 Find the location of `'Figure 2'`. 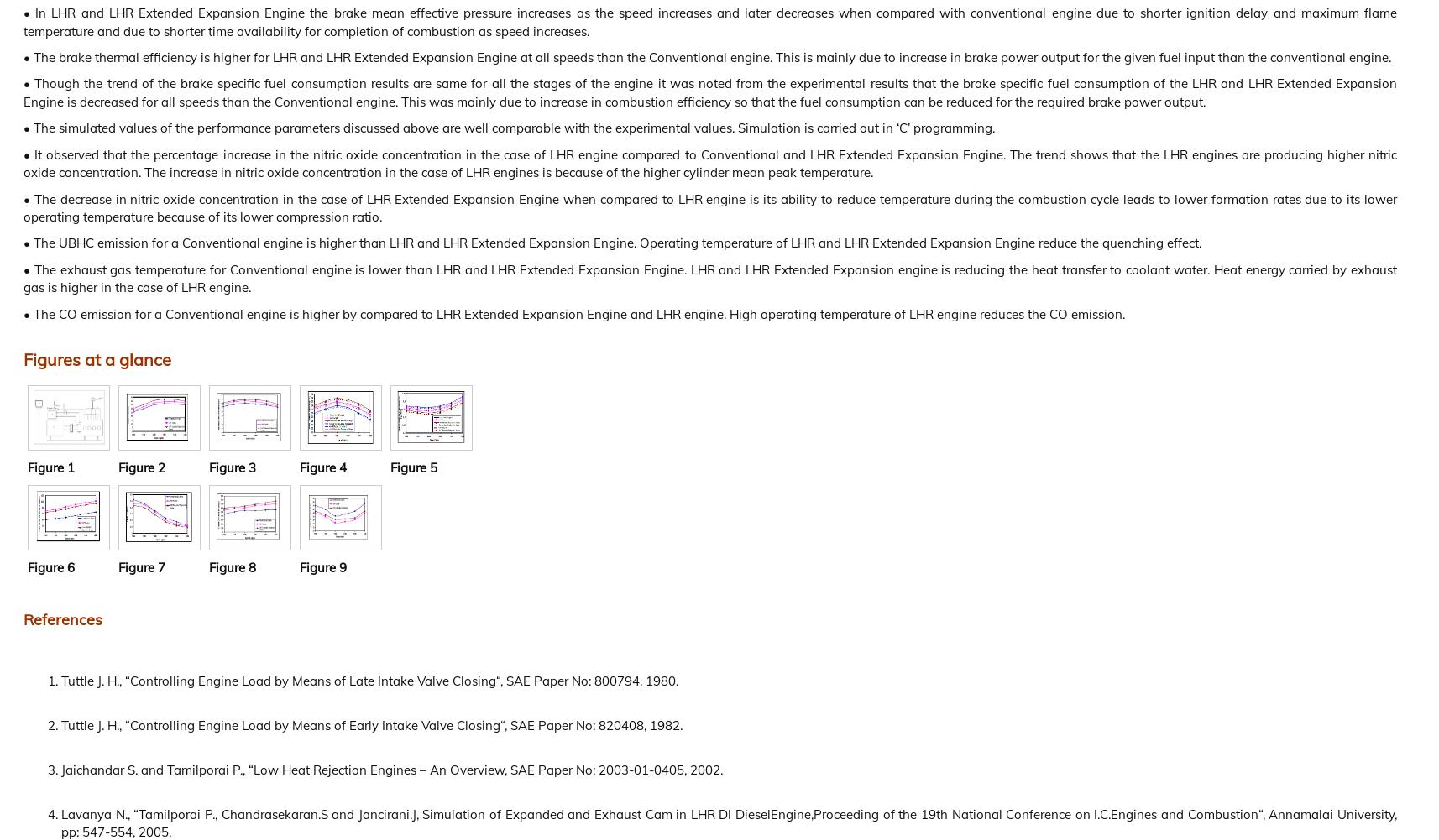

'Figure 2' is located at coordinates (142, 466).